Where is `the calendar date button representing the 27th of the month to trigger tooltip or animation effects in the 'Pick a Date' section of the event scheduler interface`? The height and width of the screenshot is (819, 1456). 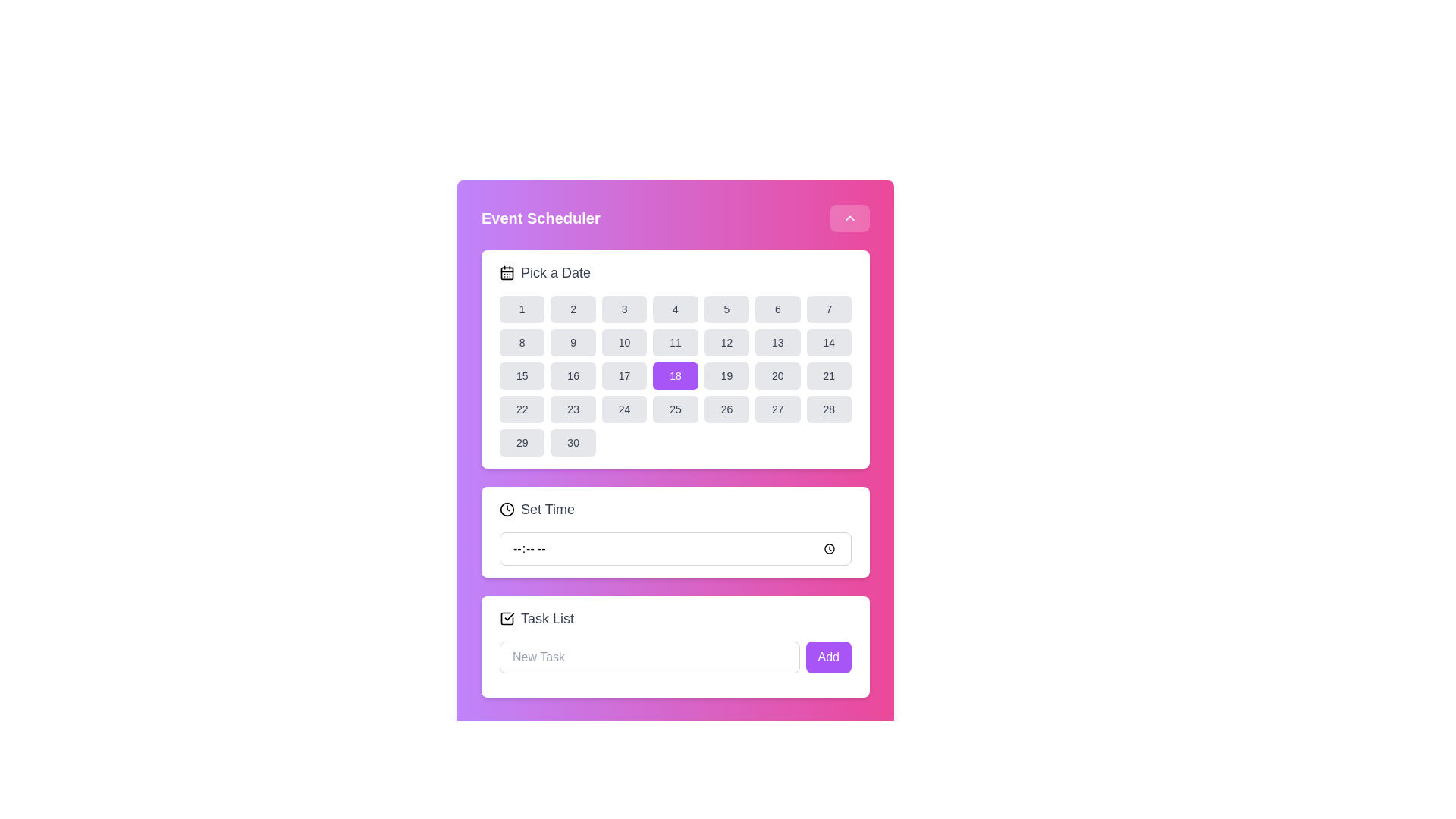 the calendar date button representing the 27th of the month to trigger tooltip or animation effects in the 'Pick a Date' section of the event scheduler interface is located at coordinates (777, 409).